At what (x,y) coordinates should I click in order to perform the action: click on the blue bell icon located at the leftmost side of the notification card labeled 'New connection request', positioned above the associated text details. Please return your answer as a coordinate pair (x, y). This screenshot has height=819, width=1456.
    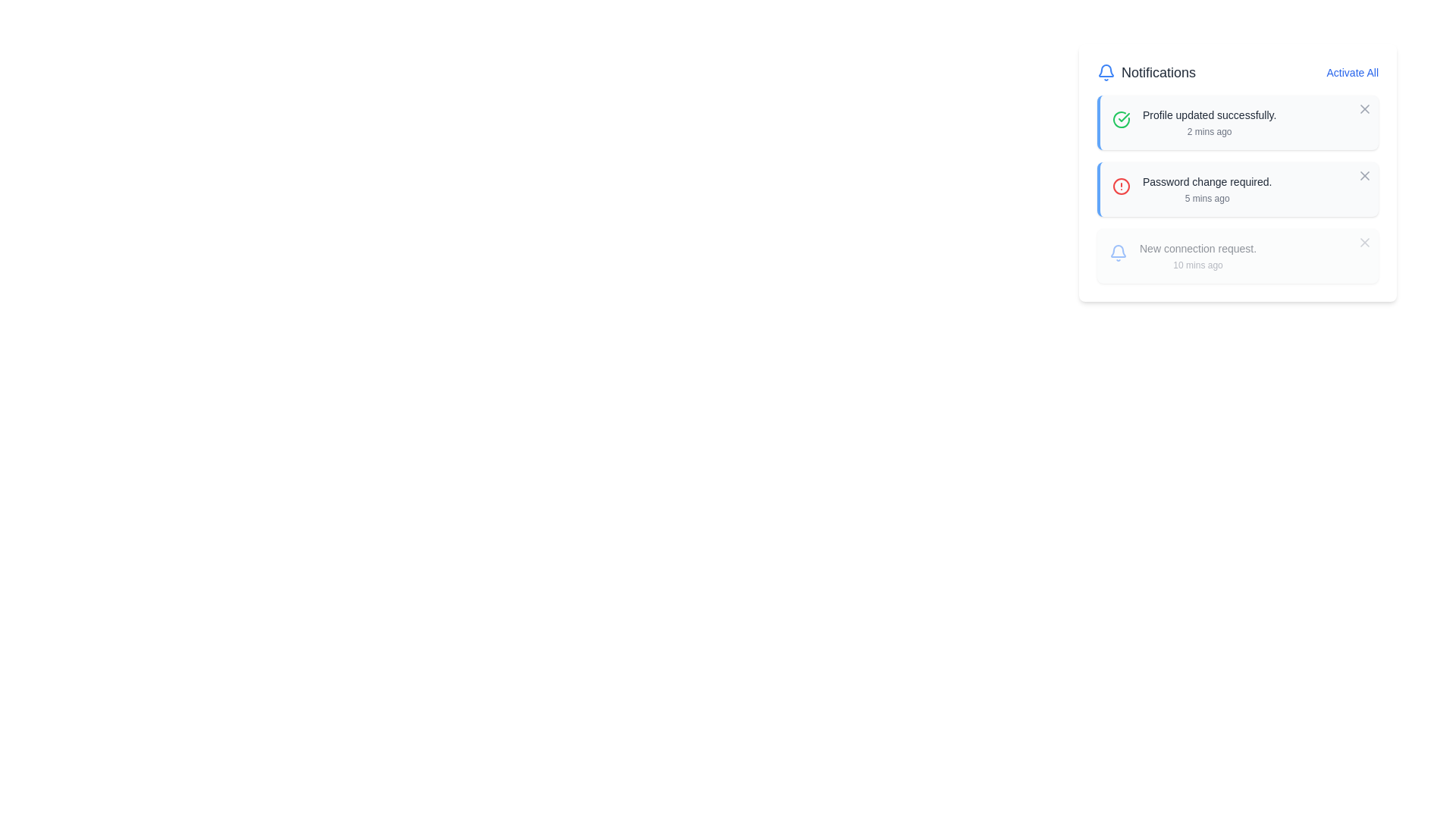
    Looking at the image, I should click on (1118, 256).